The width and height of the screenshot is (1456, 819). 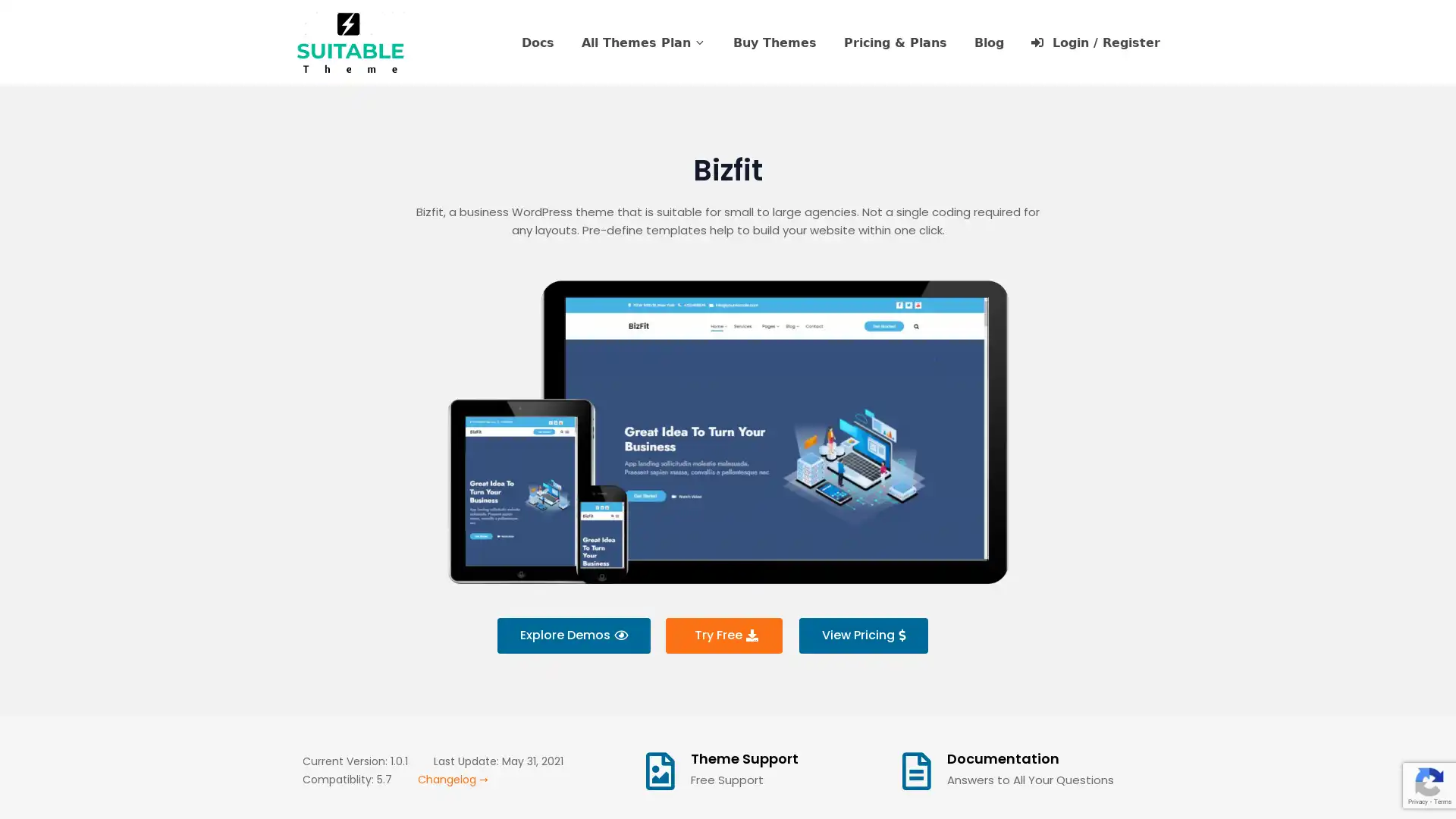 I want to click on Explore Demos, so click(x=572, y=635).